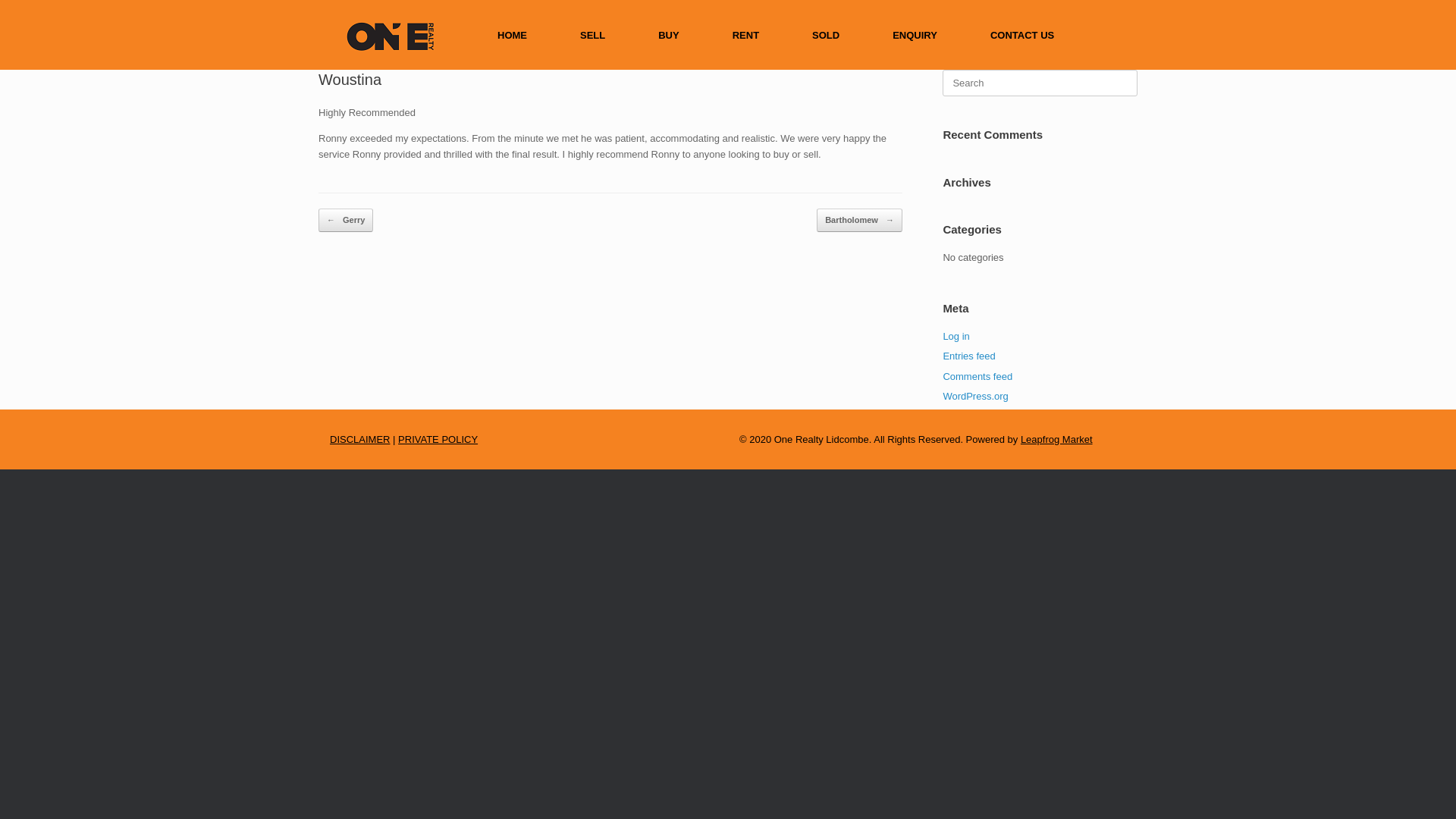 The width and height of the screenshot is (1456, 819). I want to click on 'SELL', so click(591, 34).